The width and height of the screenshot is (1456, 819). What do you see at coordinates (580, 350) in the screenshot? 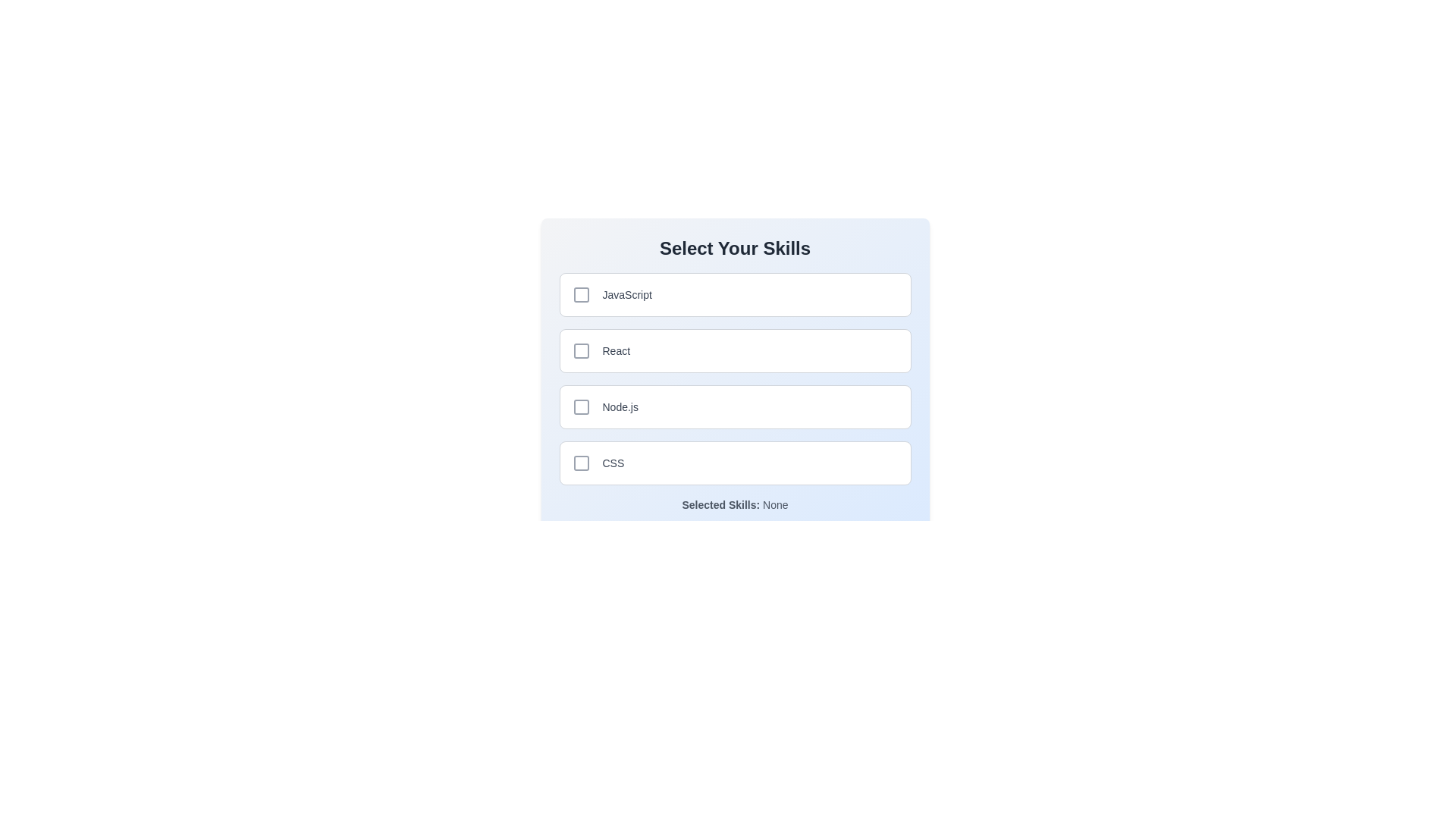
I see `the checkbox located to the left of the 'React' label in the skill selection list, which is visually represented as a square-shaped icon with a thin gray border and rounded corners` at bounding box center [580, 350].